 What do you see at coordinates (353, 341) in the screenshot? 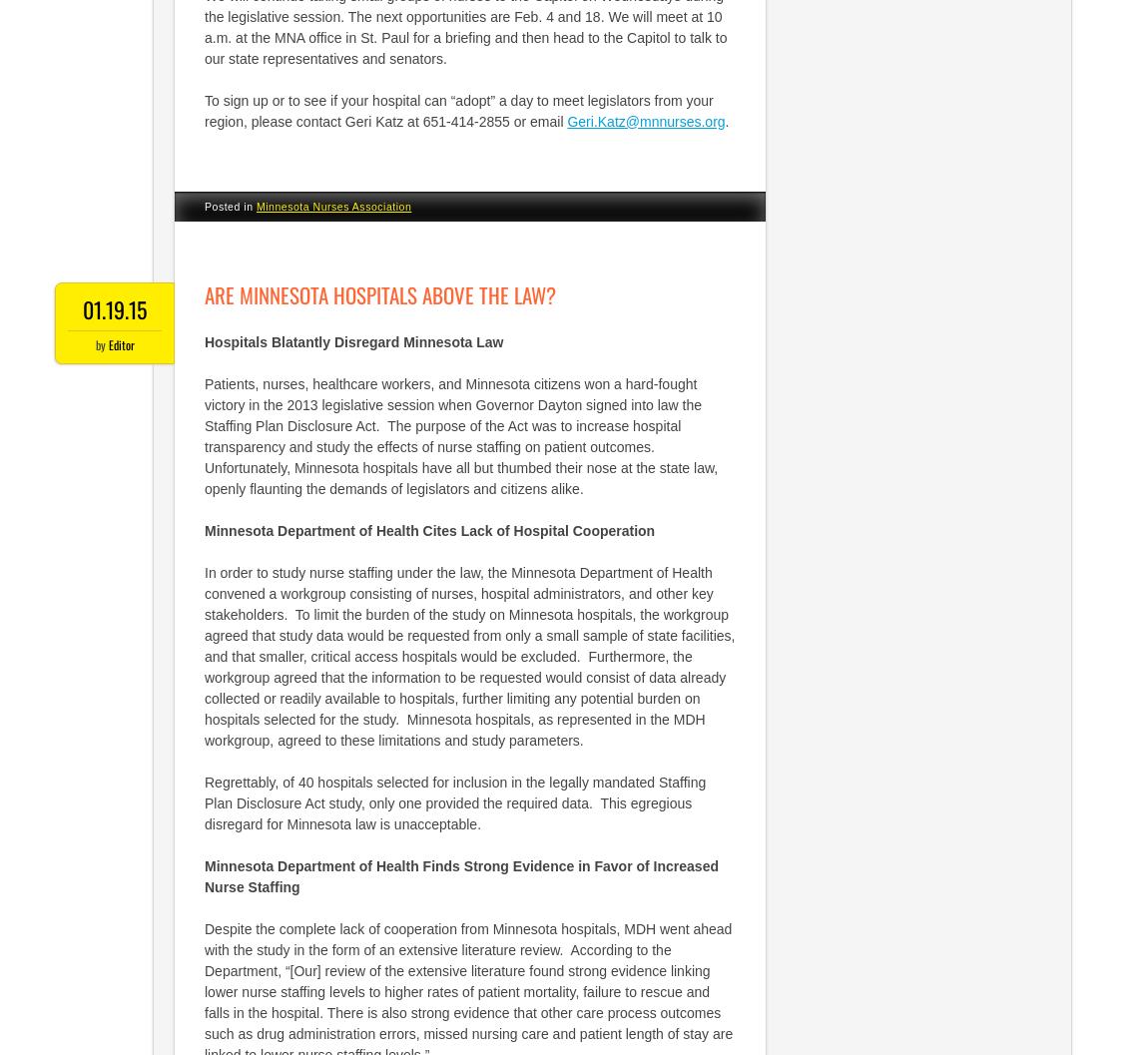
I see `'Hospitals Blatantly Disregard Minnesota Law'` at bounding box center [353, 341].